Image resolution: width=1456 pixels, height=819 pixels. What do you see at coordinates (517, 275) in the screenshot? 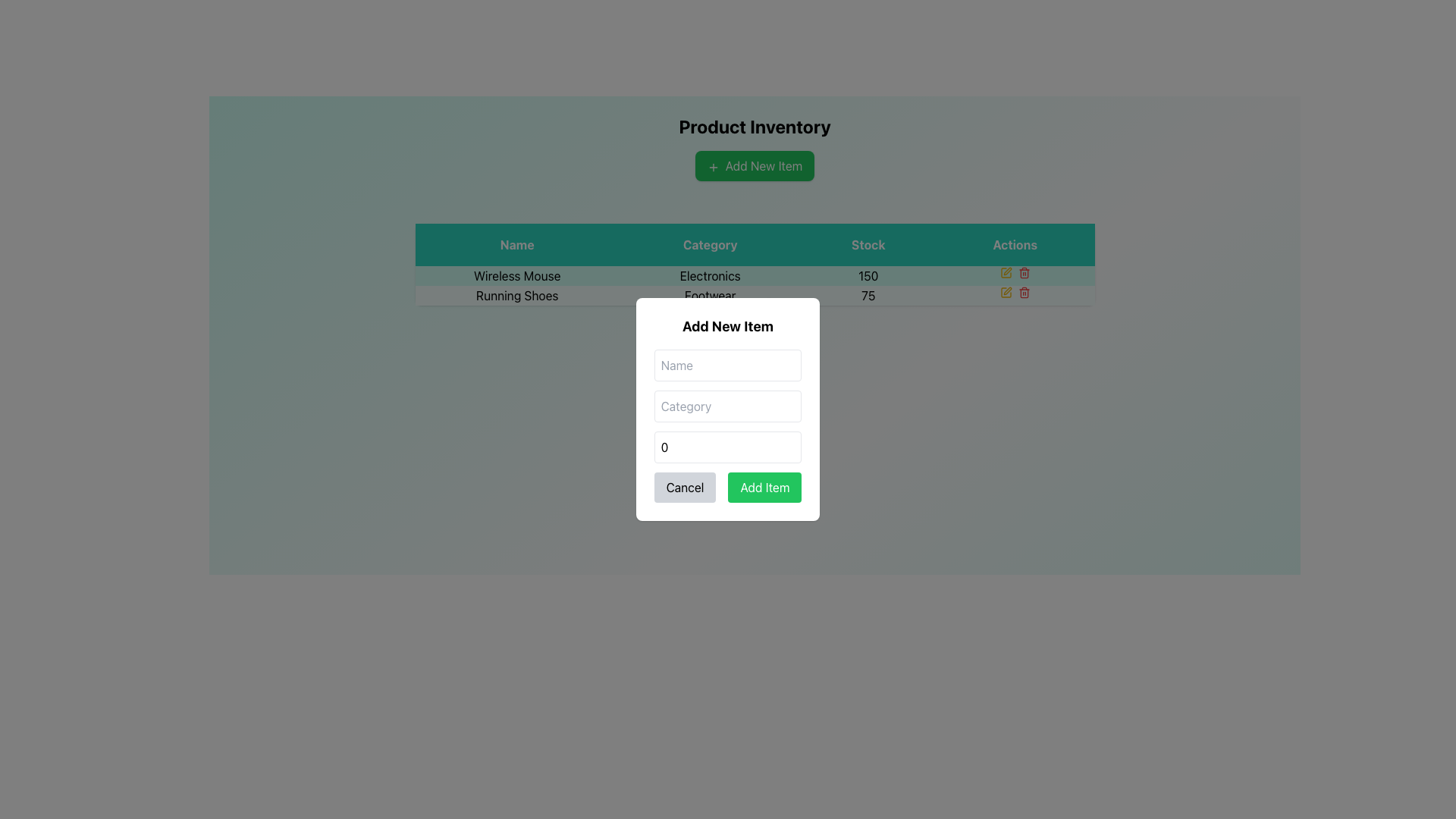
I see `the text label displaying 'Wireless Mouse' in the 'Name' column of the first row of the data grid, positioned to the left of the 'Electronics' category value` at bounding box center [517, 275].